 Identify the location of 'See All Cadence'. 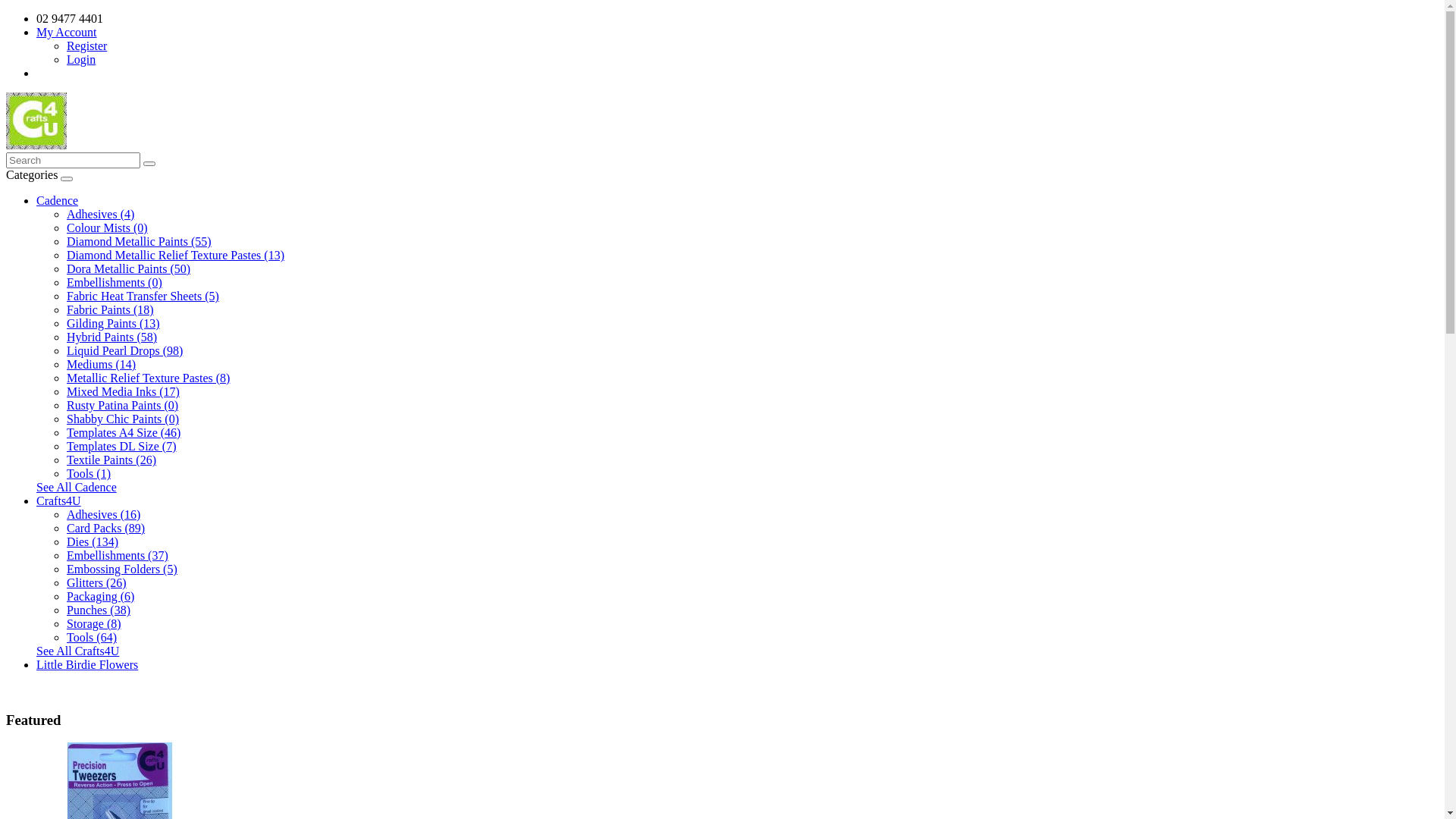
(36, 487).